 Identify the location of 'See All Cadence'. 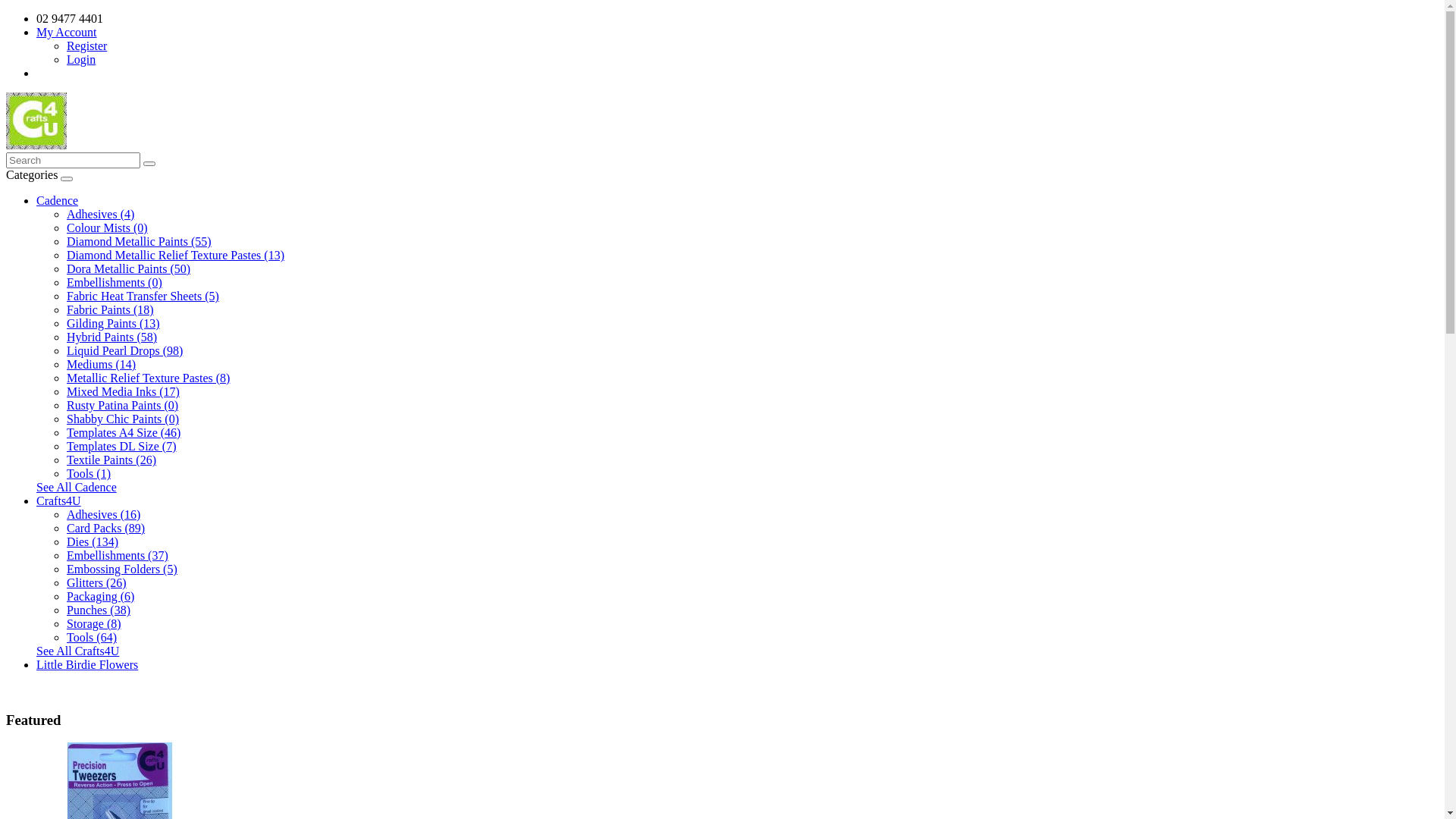
(36, 487).